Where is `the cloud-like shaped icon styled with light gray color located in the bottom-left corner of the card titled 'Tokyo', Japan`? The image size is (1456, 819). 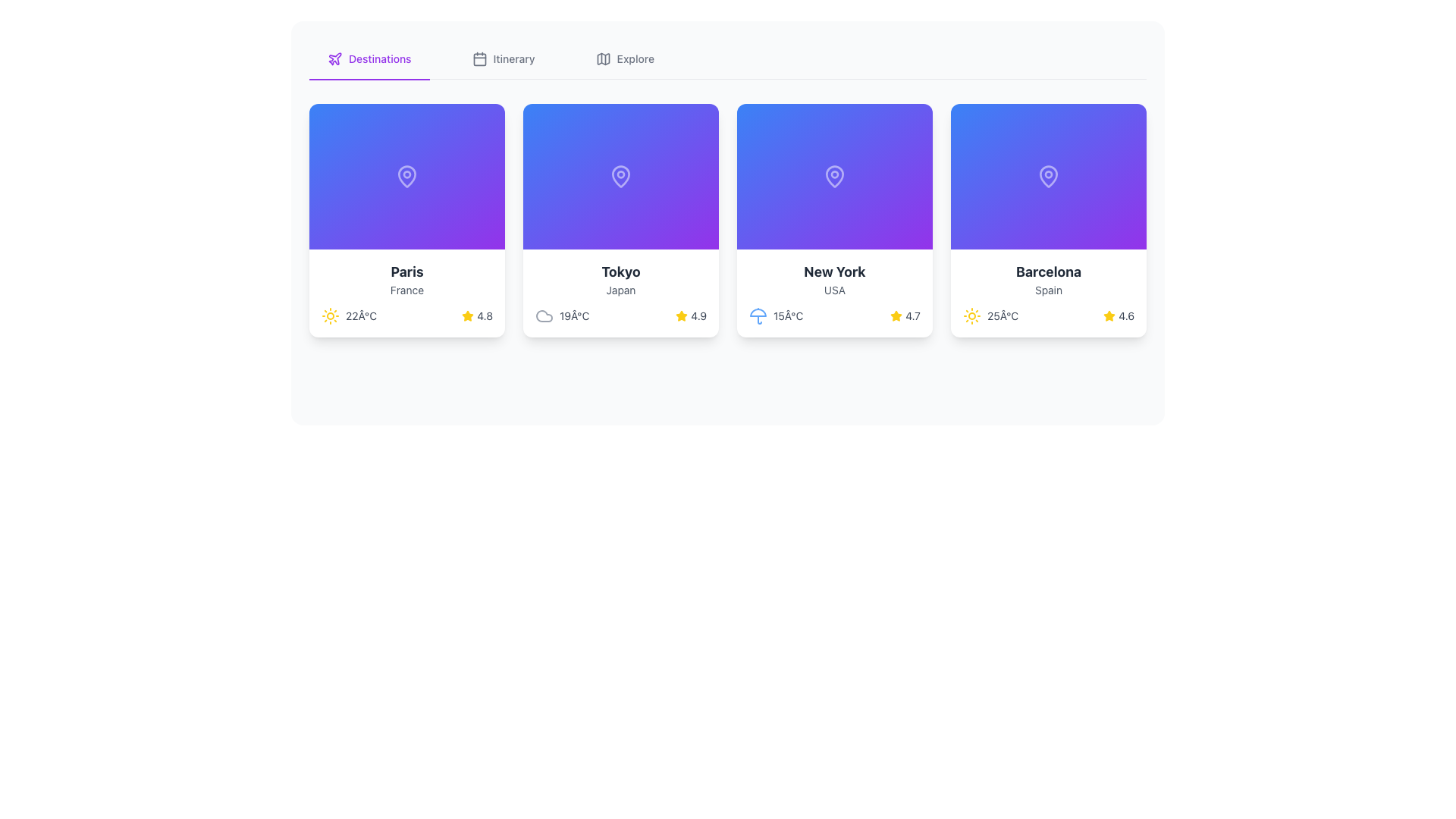 the cloud-like shaped icon styled with light gray color located in the bottom-left corner of the card titled 'Tokyo', Japan is located at coordinates (544, 315).